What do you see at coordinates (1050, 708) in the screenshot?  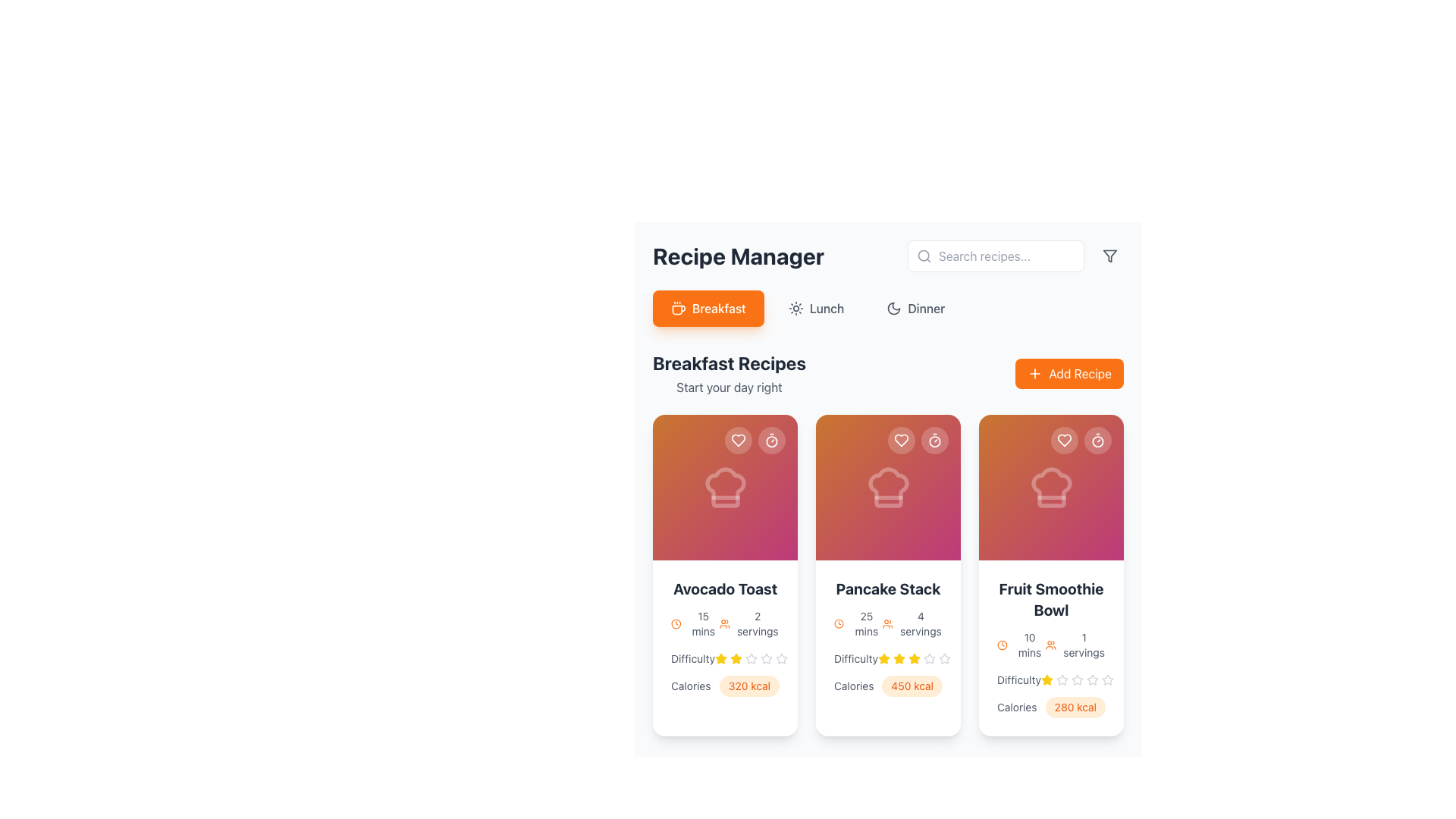 I see `text within the 'Calories' label displaying '280 kcal' in vibrant orange, located at the bottom of the 'Fruit Smoothie Bowl' recipe card` at bounding box center [1050, 708].